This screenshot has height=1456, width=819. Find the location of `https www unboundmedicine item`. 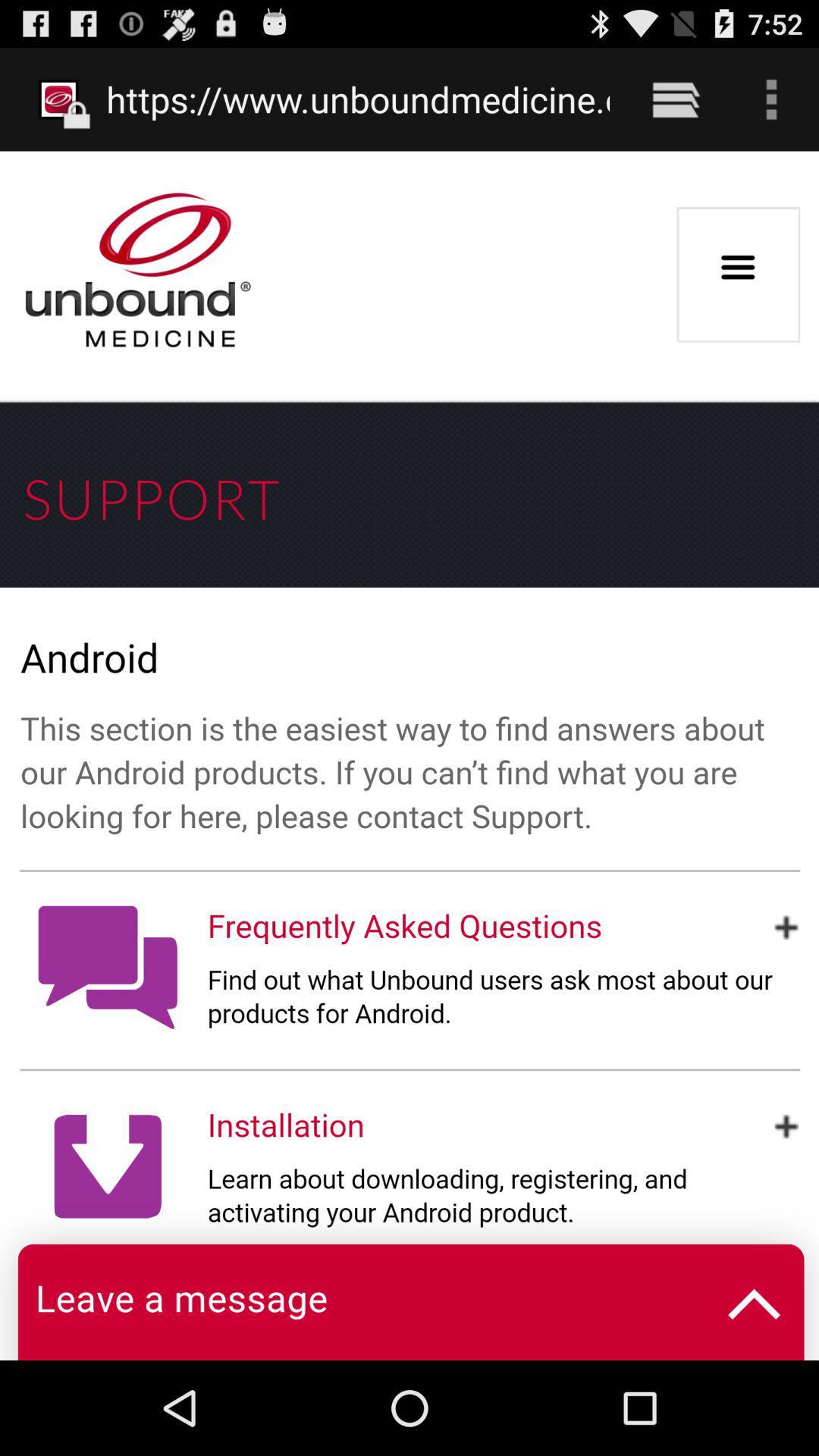

https www unboundmedicine item is located at coordinates (358, 99).